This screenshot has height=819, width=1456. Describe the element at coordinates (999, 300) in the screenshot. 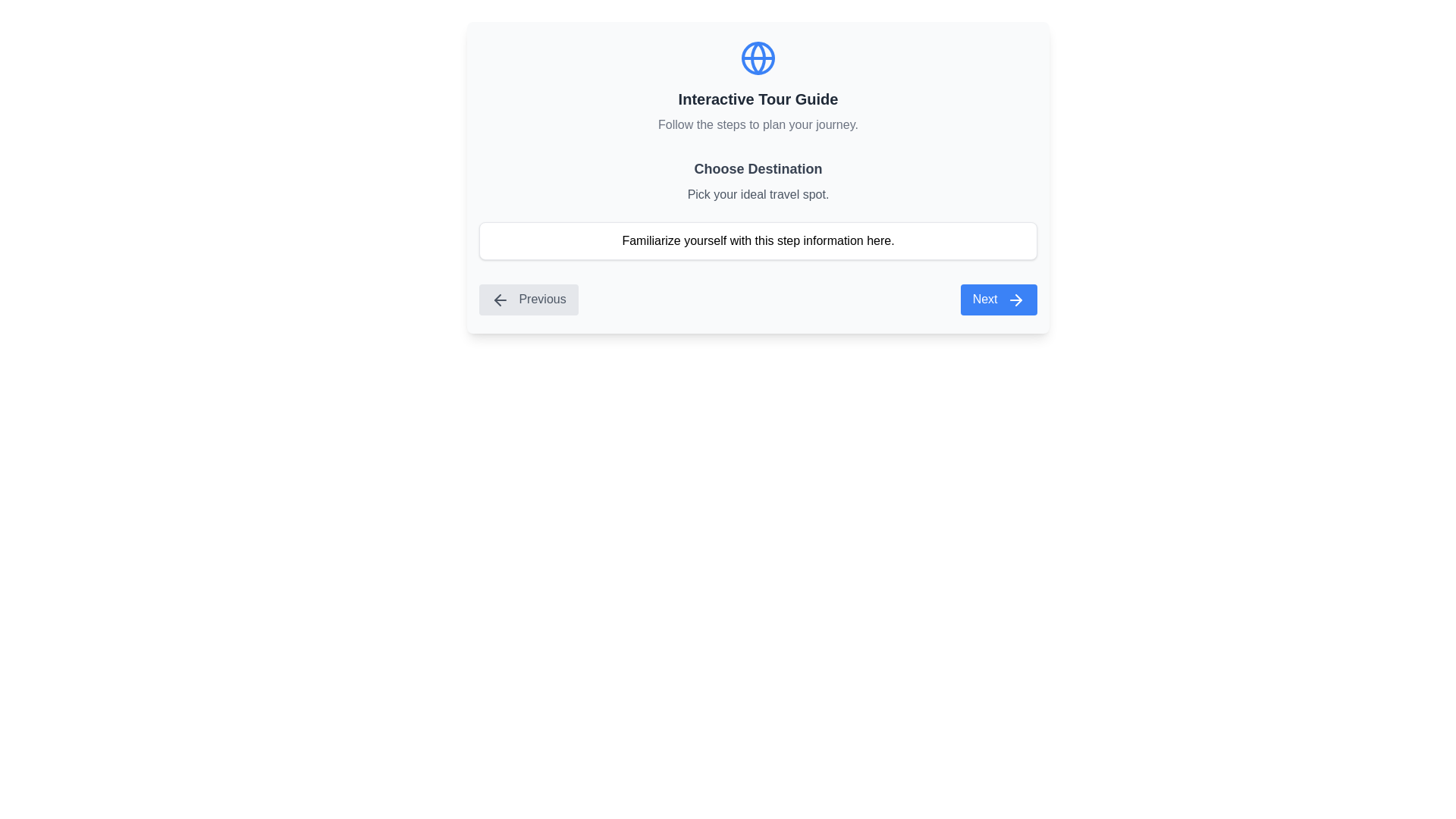

I see `the 'Next' button with a blue background and text 'Next' to change its color to darker blue` at that location.